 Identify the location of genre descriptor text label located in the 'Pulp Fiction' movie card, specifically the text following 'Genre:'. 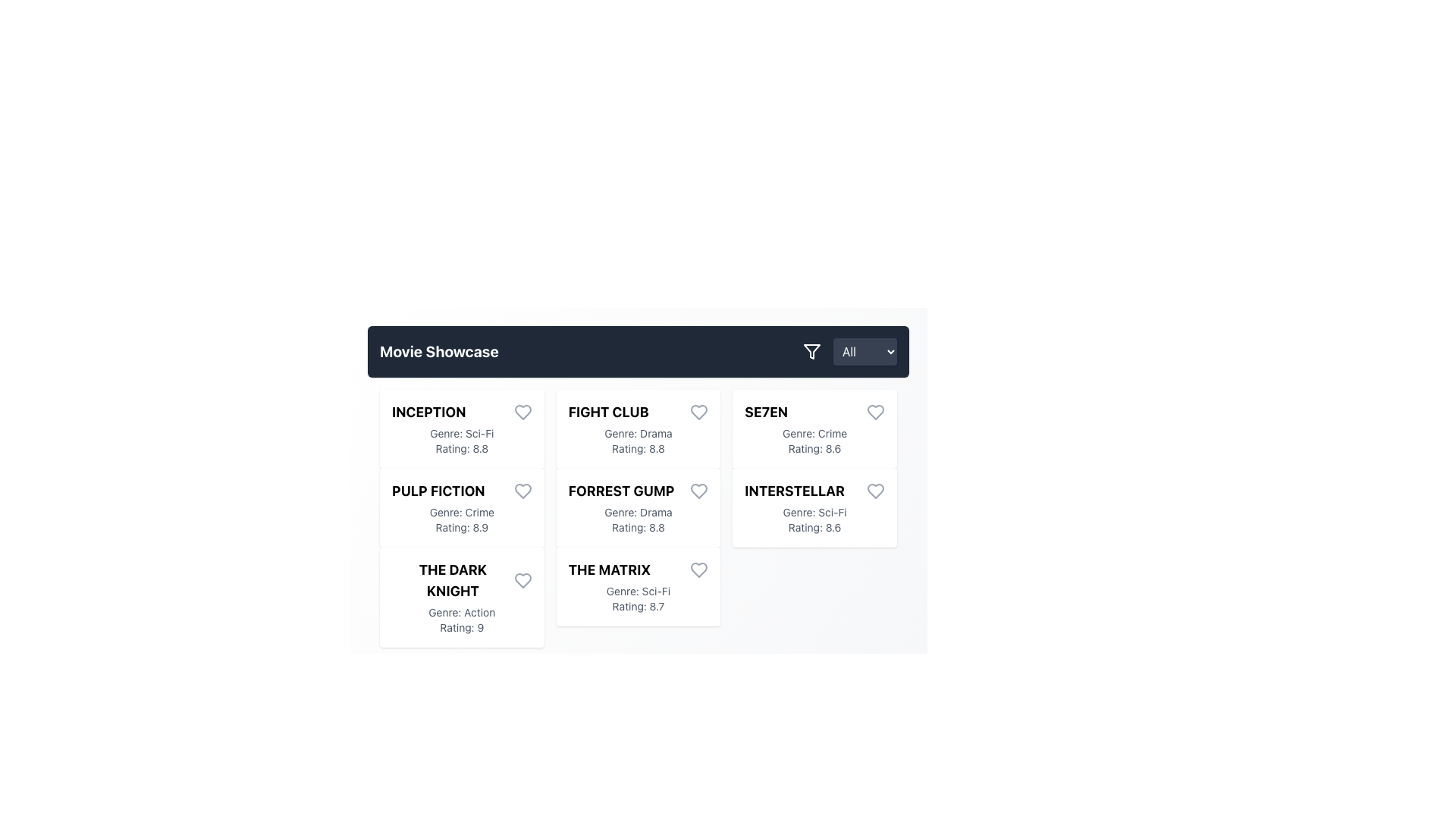
(479, 512).